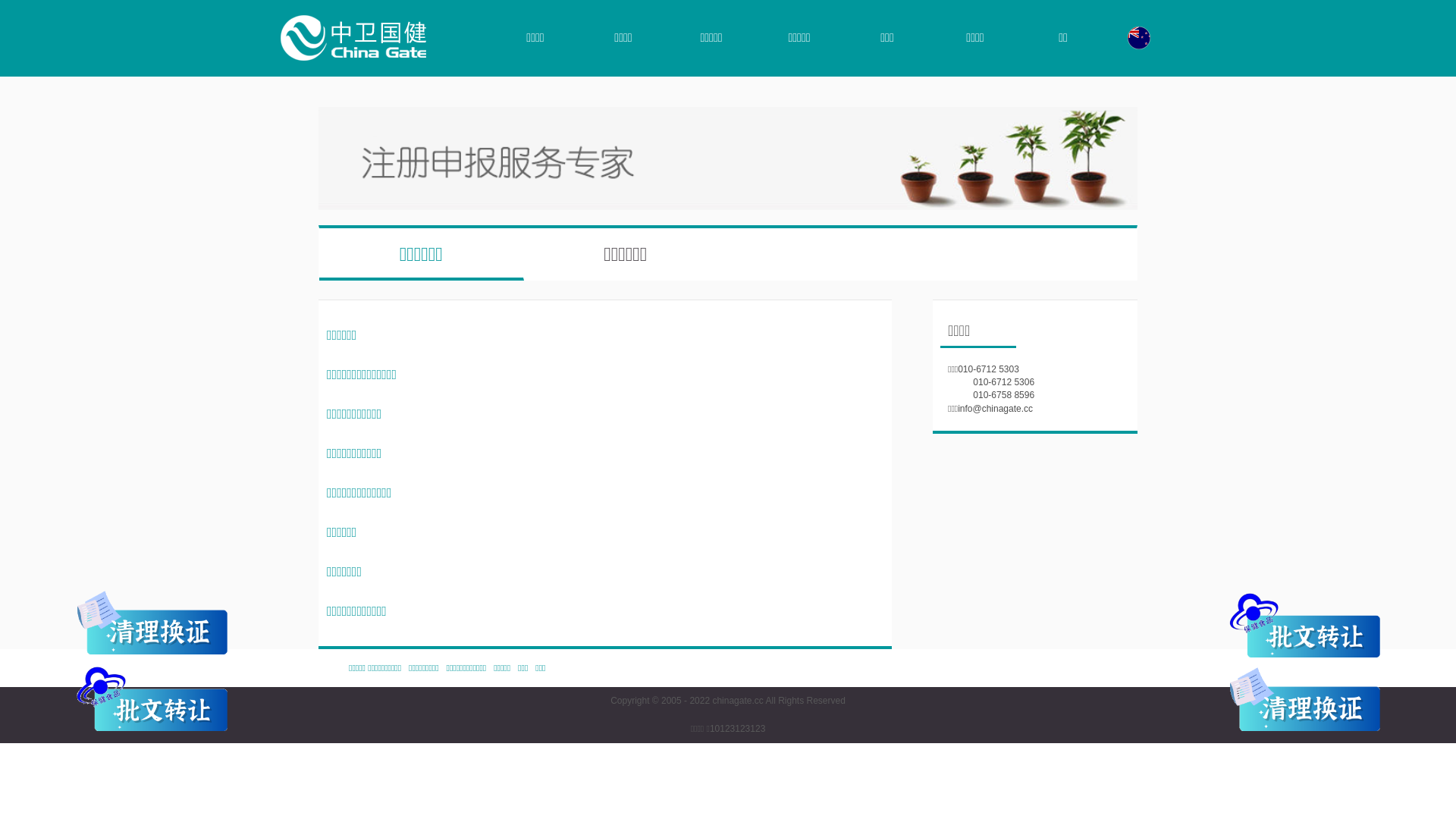  Describe the element at coordinates (1139, 37) in the screenshot. I see `'English'` at that location.